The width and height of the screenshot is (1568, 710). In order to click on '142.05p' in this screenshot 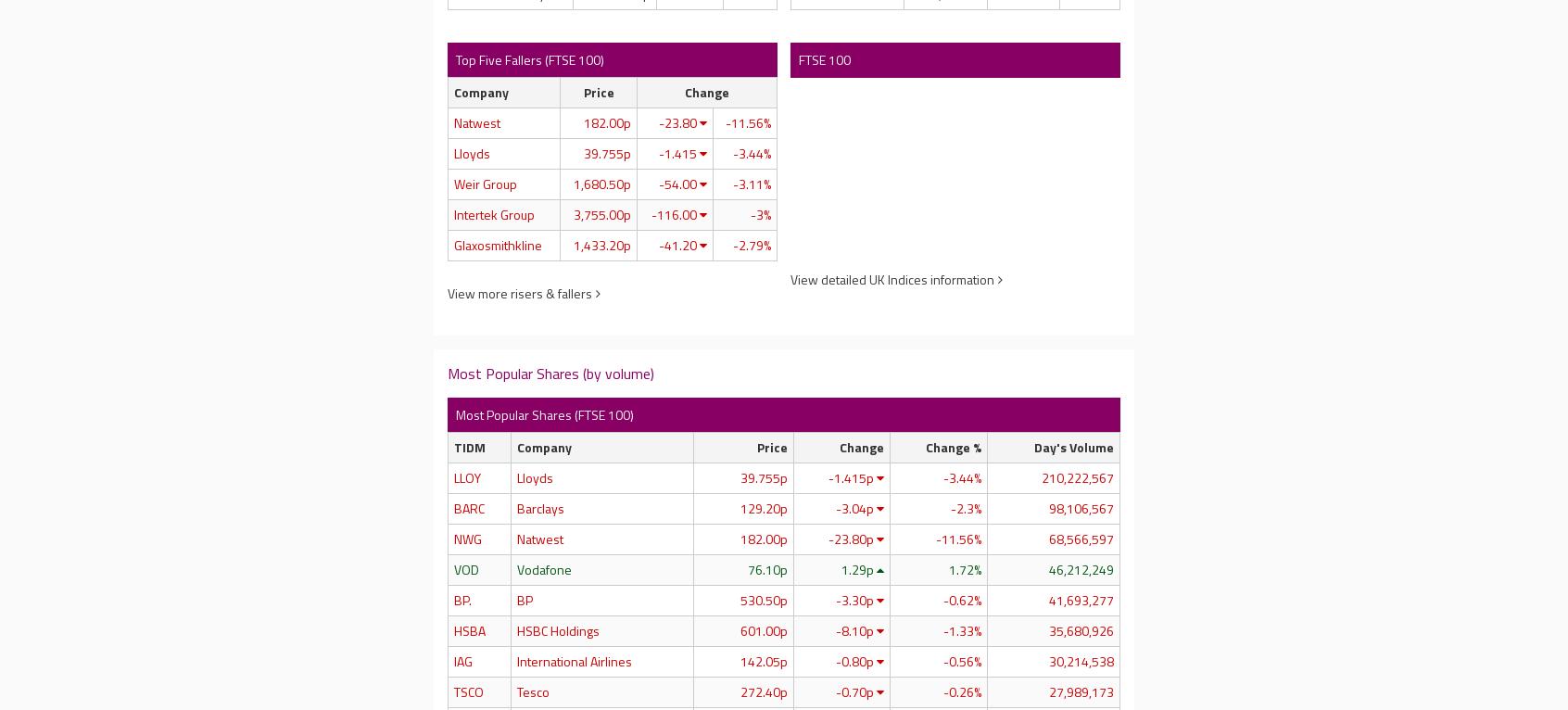, I will do `click(763, 660)`.